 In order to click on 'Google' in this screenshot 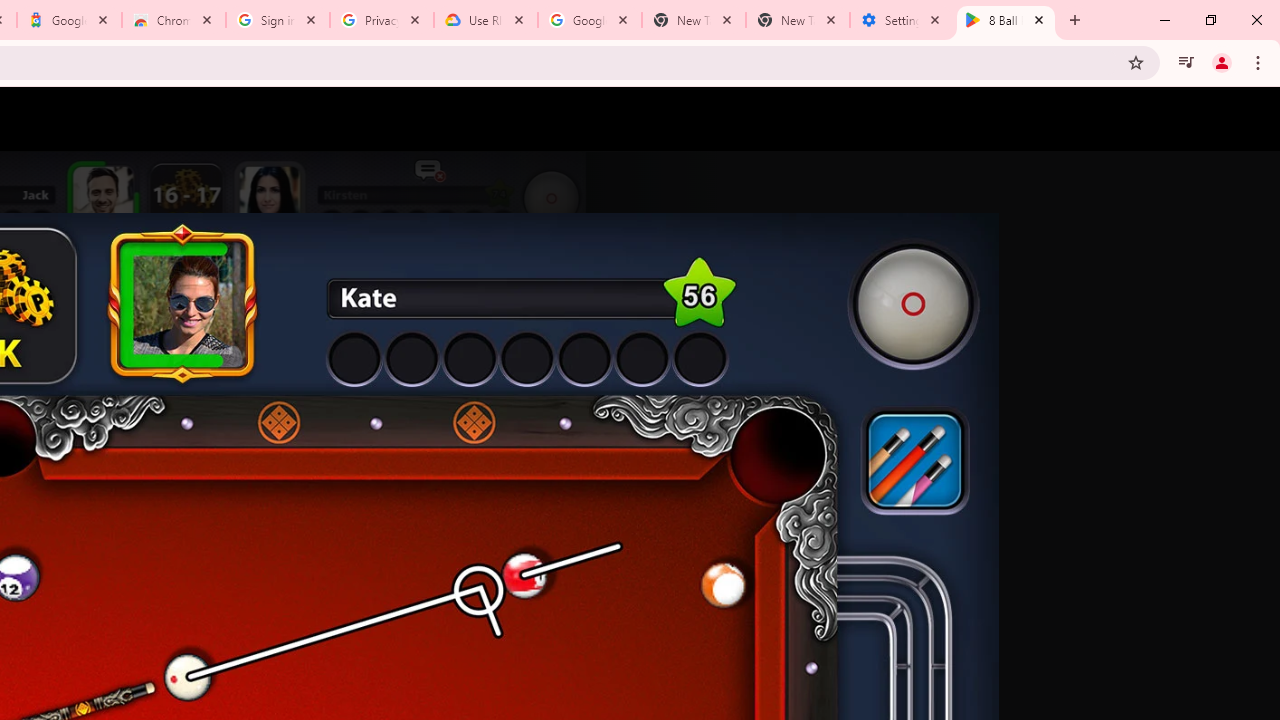, I will do `click(69, 20)`.